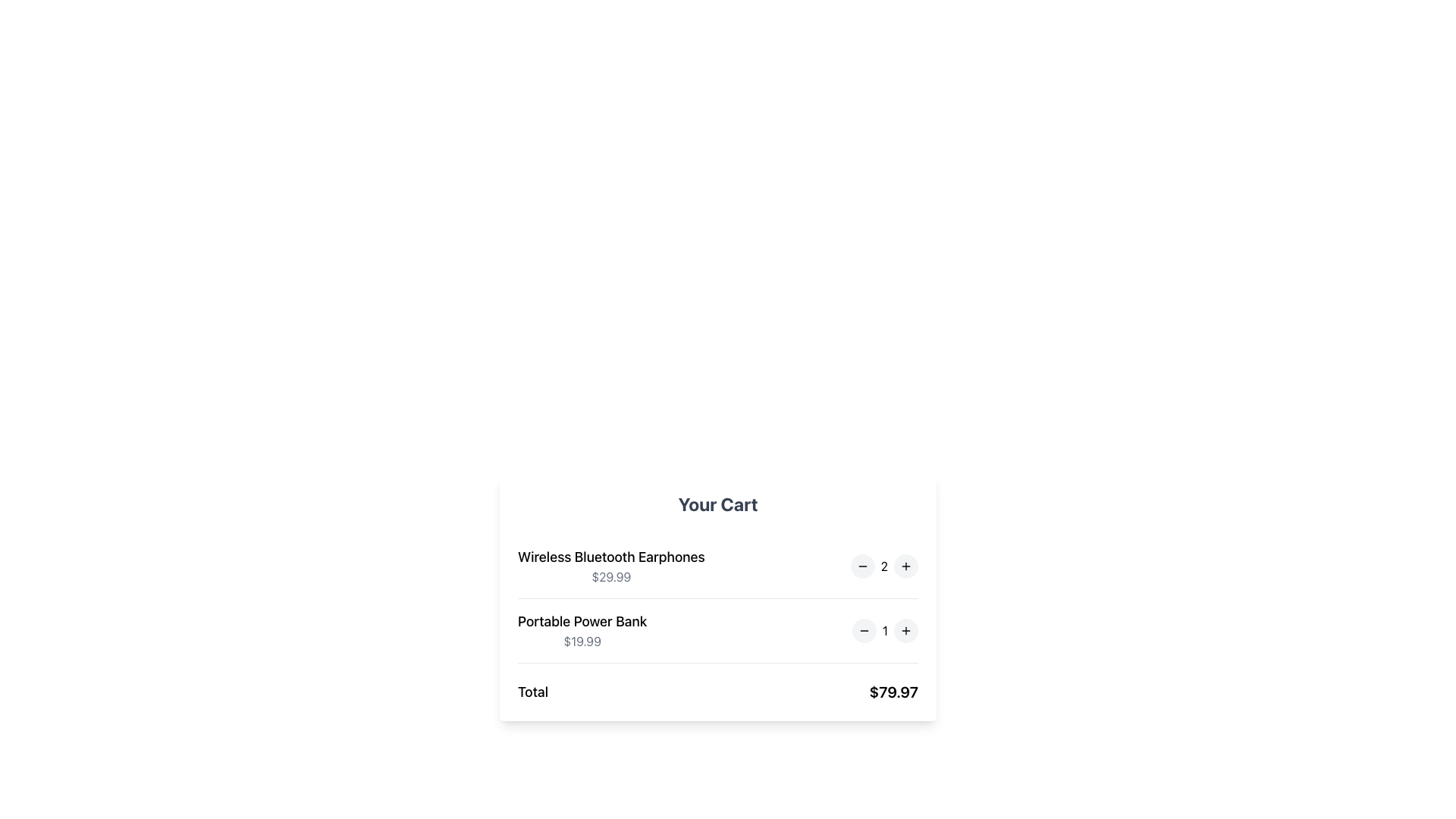 The image size is (1456, 819). Describe the element at coordinates (885, 631) in the screenshot. I see `displayed number from the numeric display showing '1', which is centrally located between the decrement (-) and increment (+) buttons in the portable power bank item section of the cart` at that location.